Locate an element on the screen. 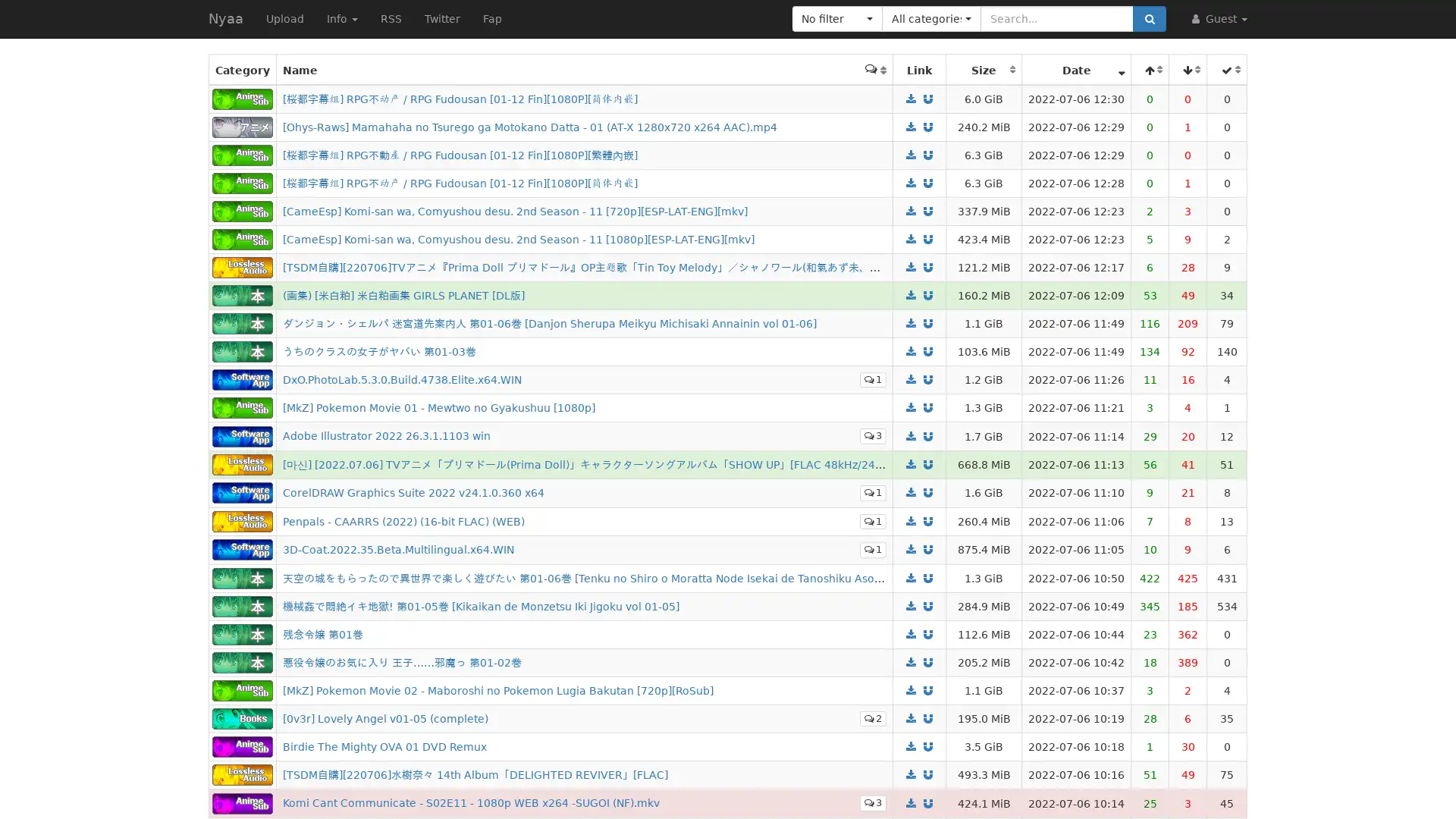 This screenshot has width=1456, height=819. All categories is located at coordinates (930, 18).